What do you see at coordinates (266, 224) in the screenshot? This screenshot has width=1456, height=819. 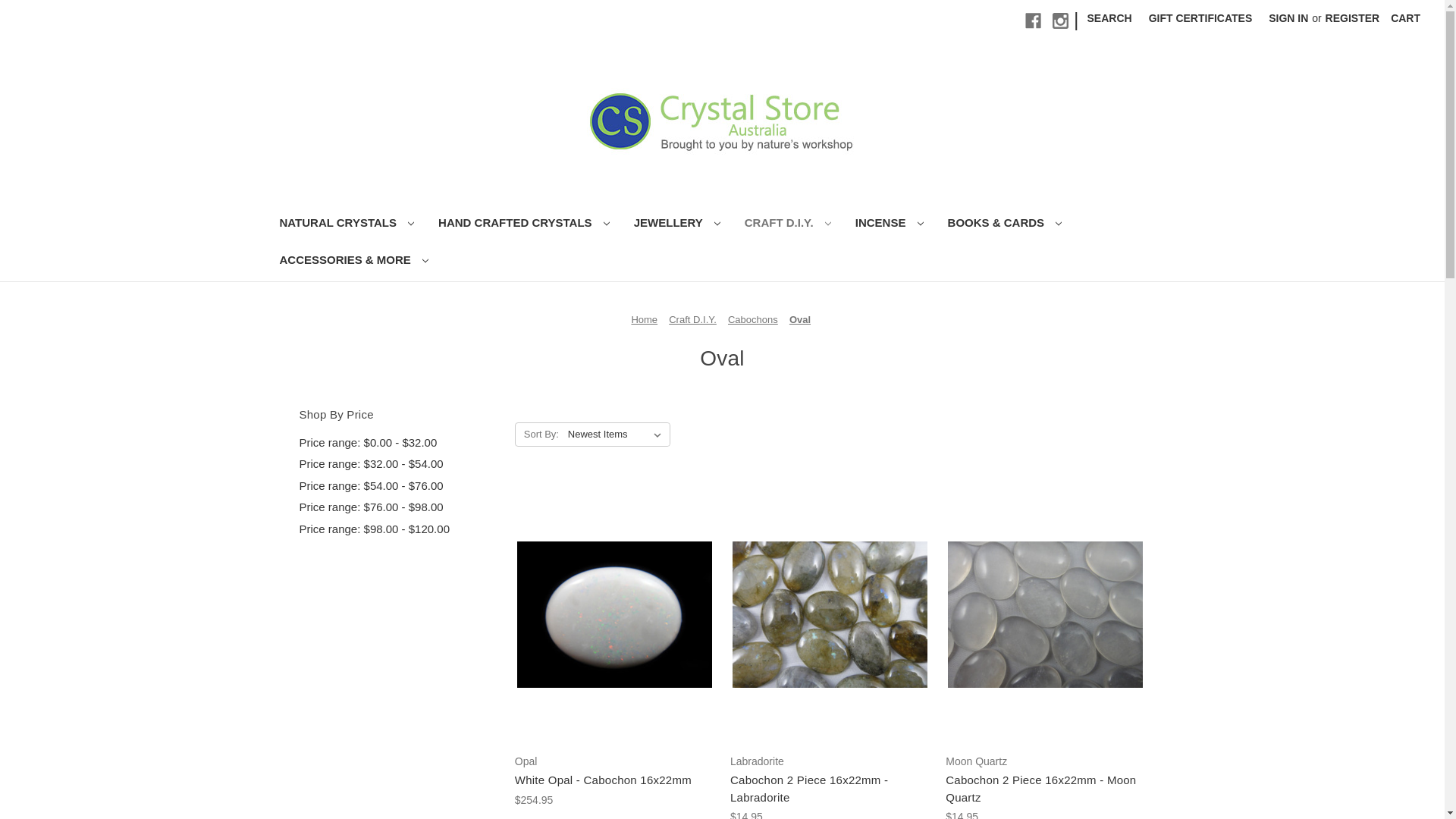 I see `'NATURAL CRYSTALS'` at bounding box center [266, 224].